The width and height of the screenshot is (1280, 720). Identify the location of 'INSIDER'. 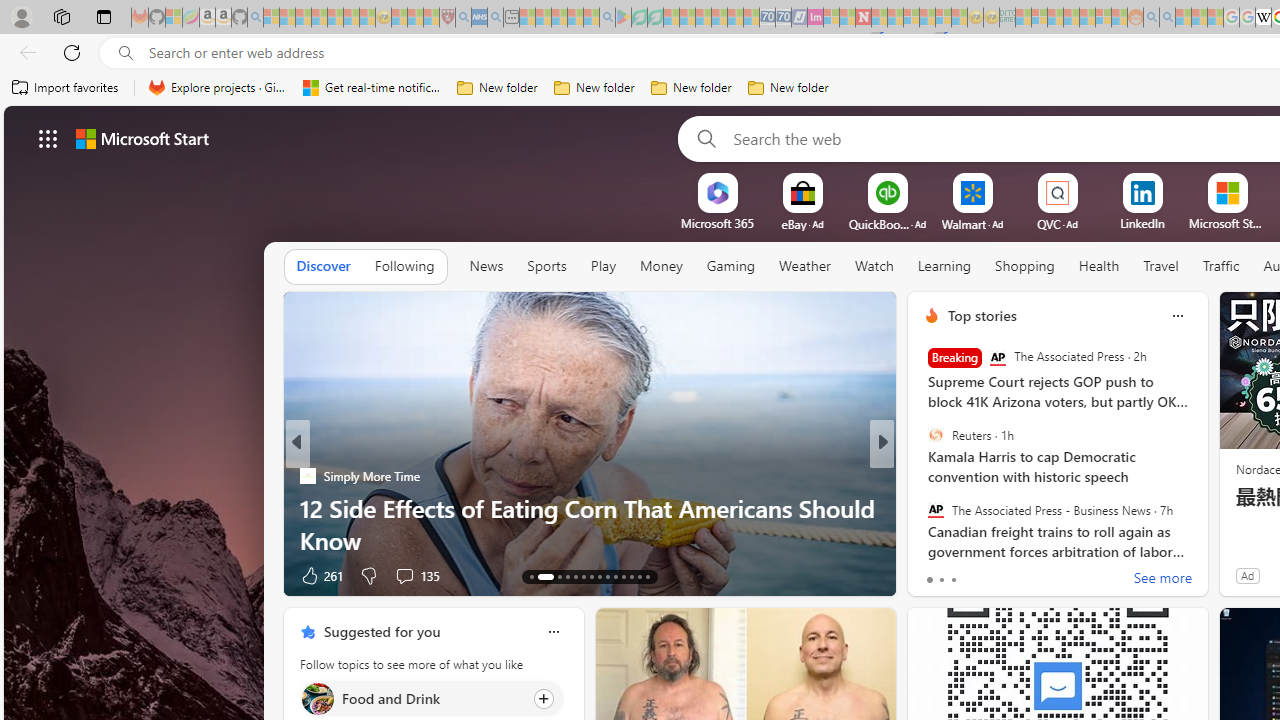
(922, 475).